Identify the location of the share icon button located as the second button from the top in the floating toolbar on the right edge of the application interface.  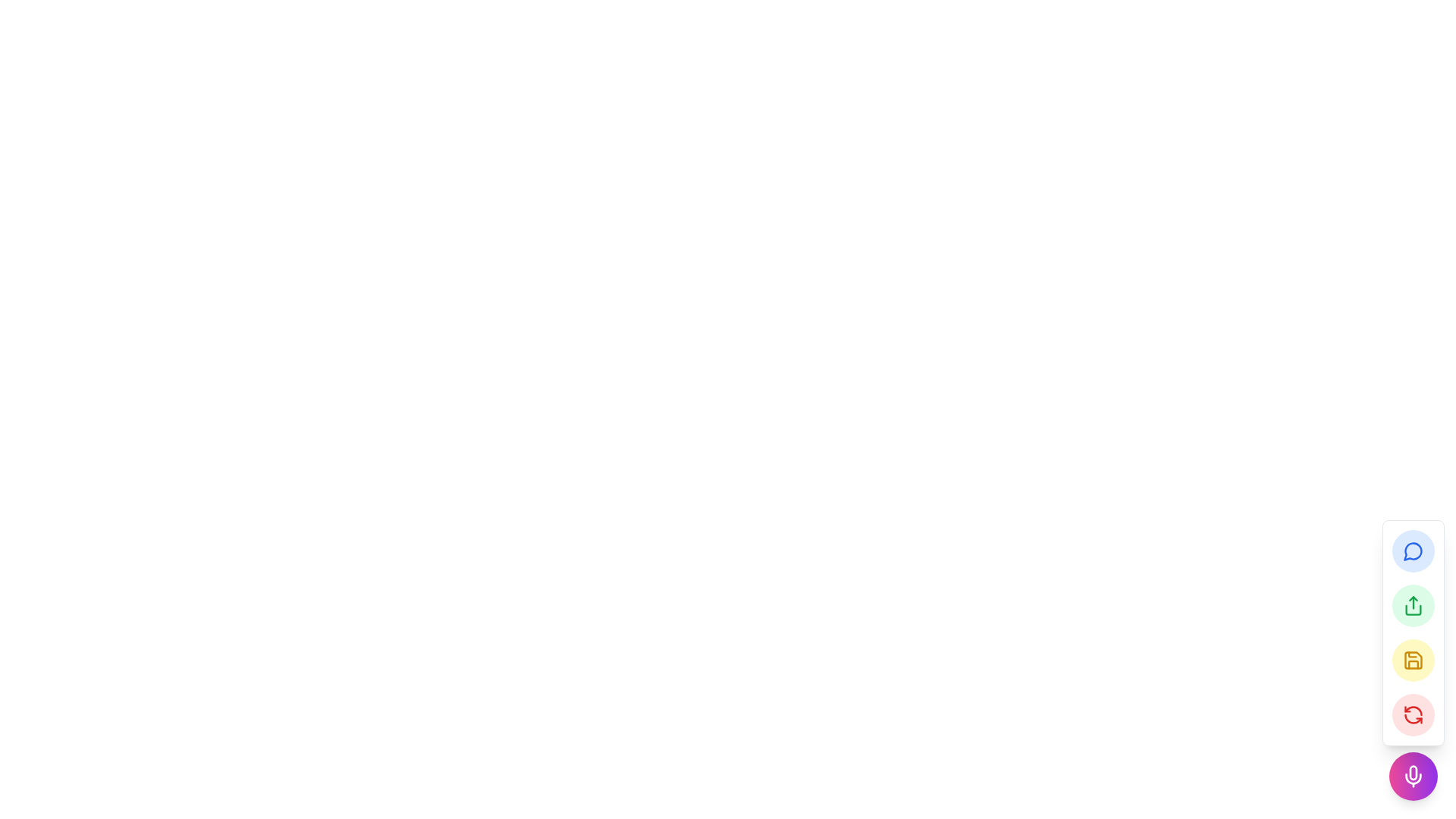
(1412, 604).